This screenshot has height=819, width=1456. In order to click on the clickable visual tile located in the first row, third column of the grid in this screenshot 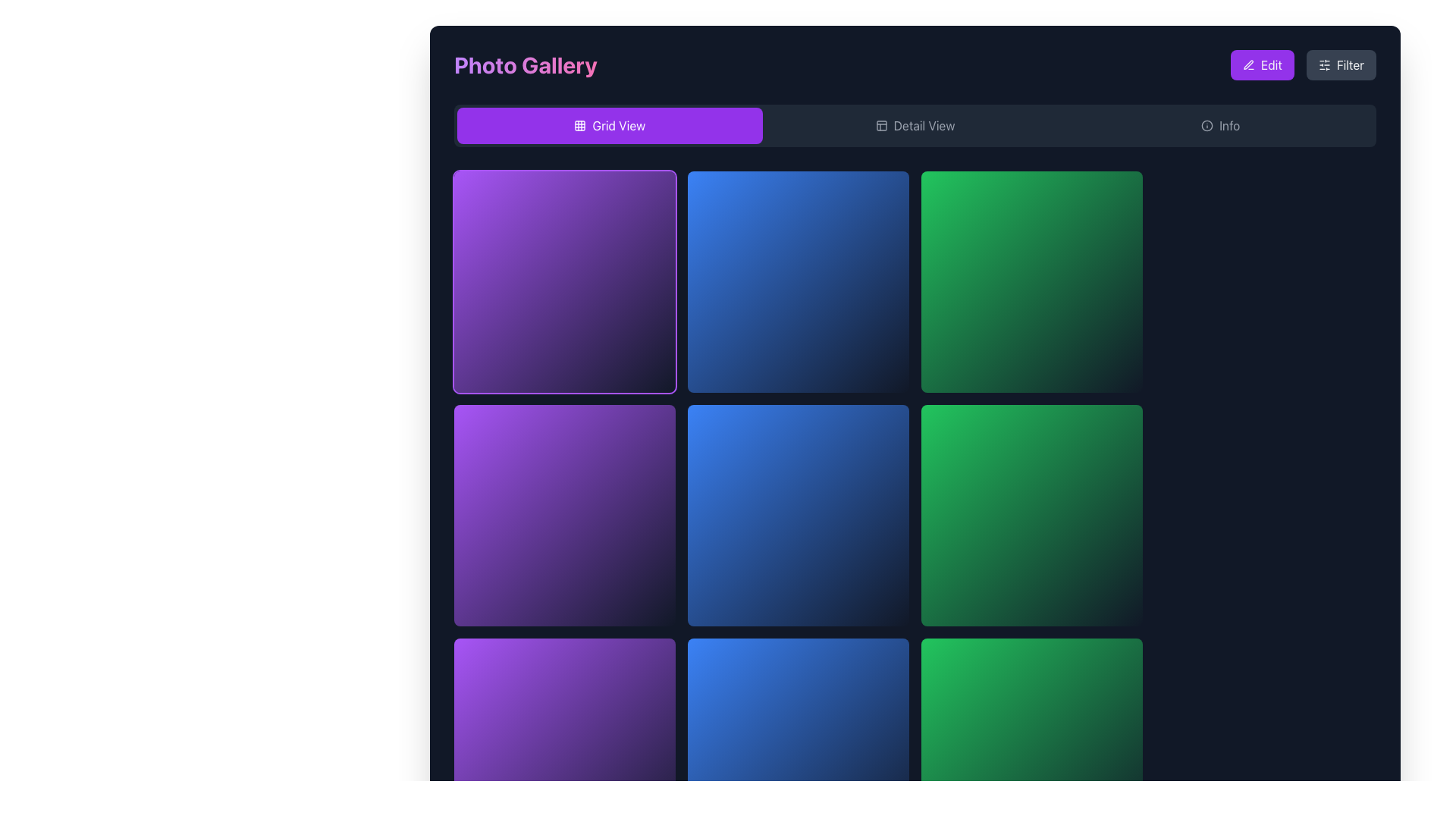, I will do `click(1031, 281)`.